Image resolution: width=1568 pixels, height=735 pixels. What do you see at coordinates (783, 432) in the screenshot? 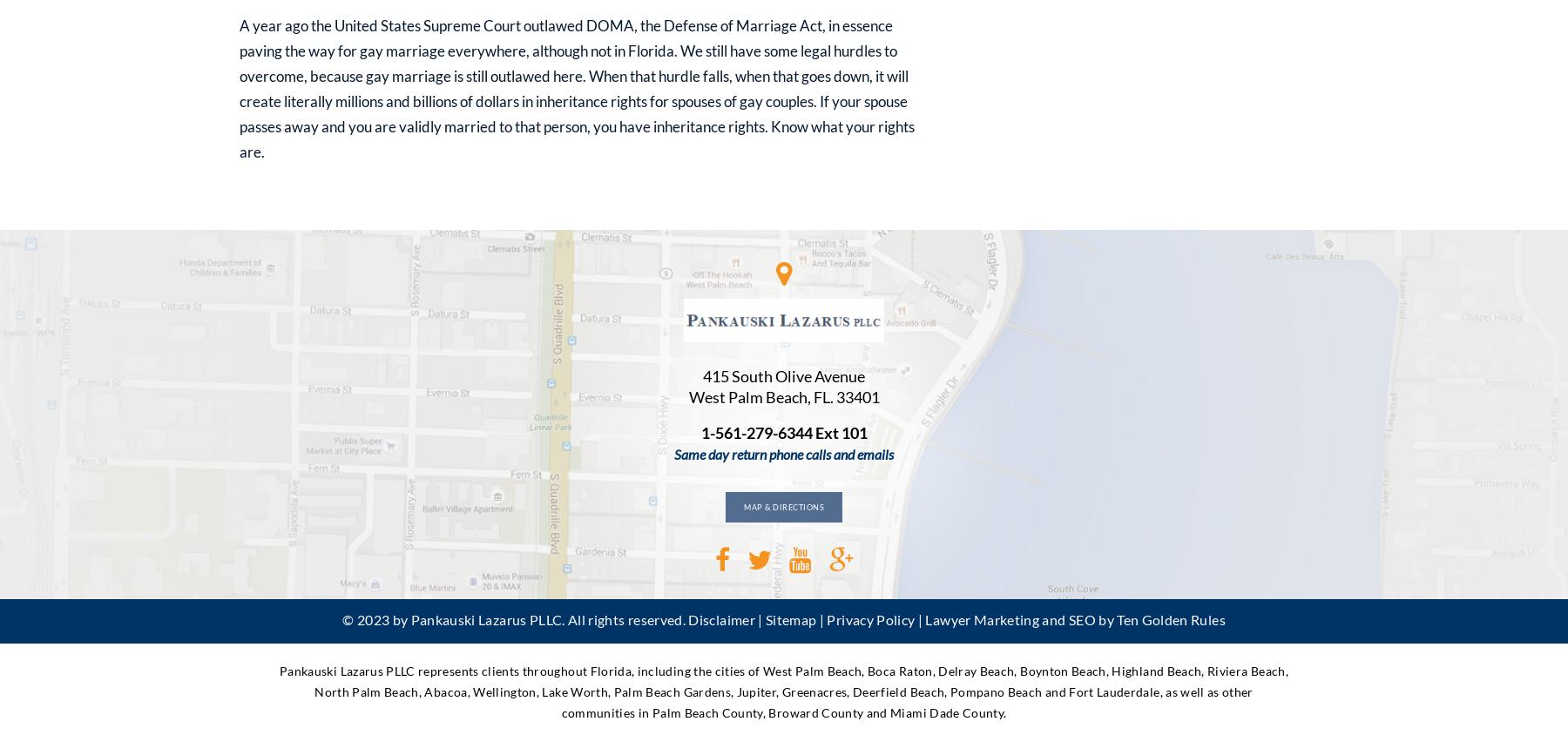
I see `'1-561-279-6344 Ext 101'` at bounding box center [783, 432].